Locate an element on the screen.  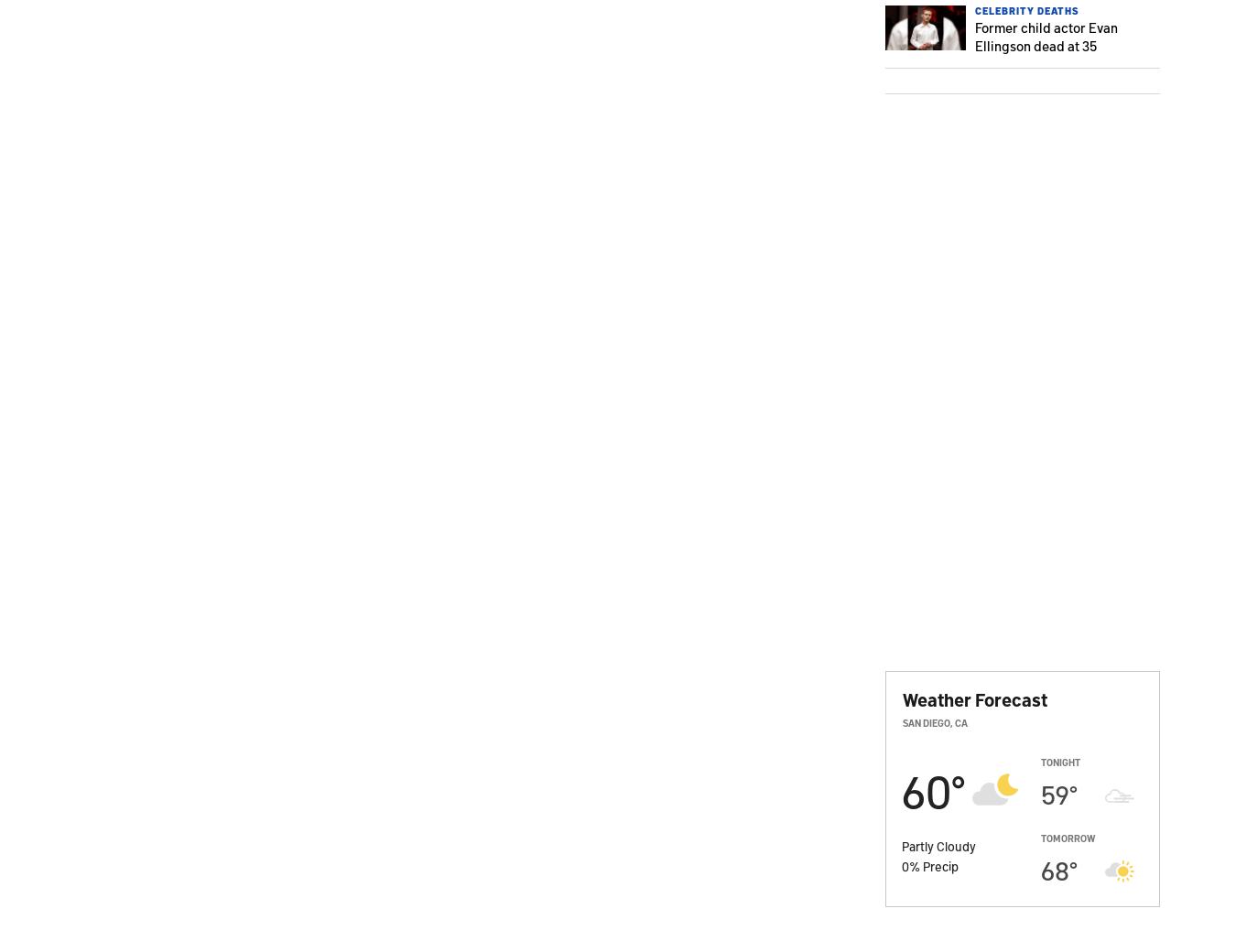
'Precip' is located at coordinates (940, 865).